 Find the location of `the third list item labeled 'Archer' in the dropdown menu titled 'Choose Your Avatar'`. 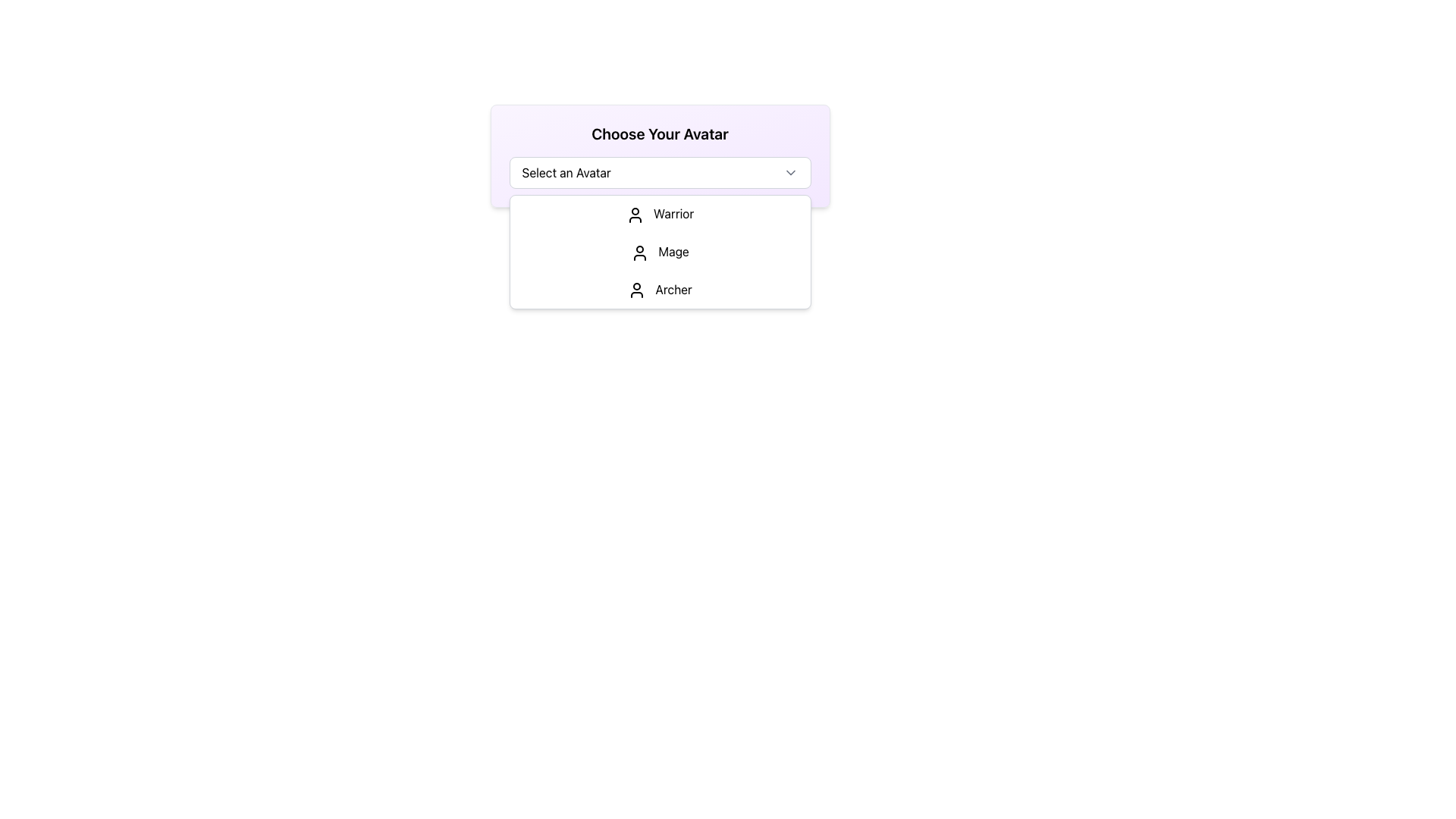

the third list item labeled 'Archer' in the dropdown menu titled 'Choose Your Avatar' is located at coordinates (660, 290).